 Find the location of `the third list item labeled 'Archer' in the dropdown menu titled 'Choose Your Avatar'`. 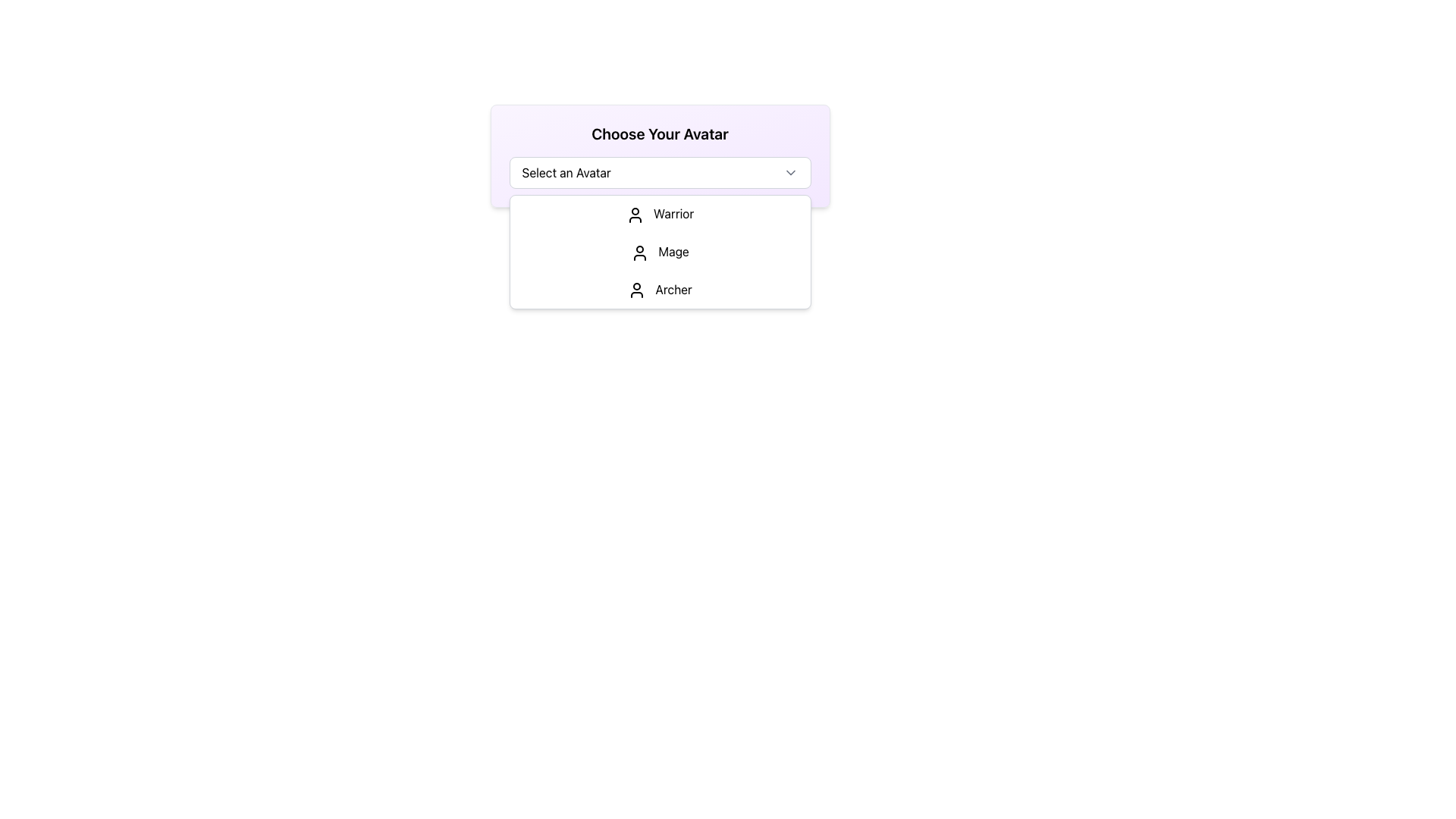

the third list item labeled 'Archer' in the dropdown menu titled 'Choose Your Avatar' is located at coordinates (660, 290).